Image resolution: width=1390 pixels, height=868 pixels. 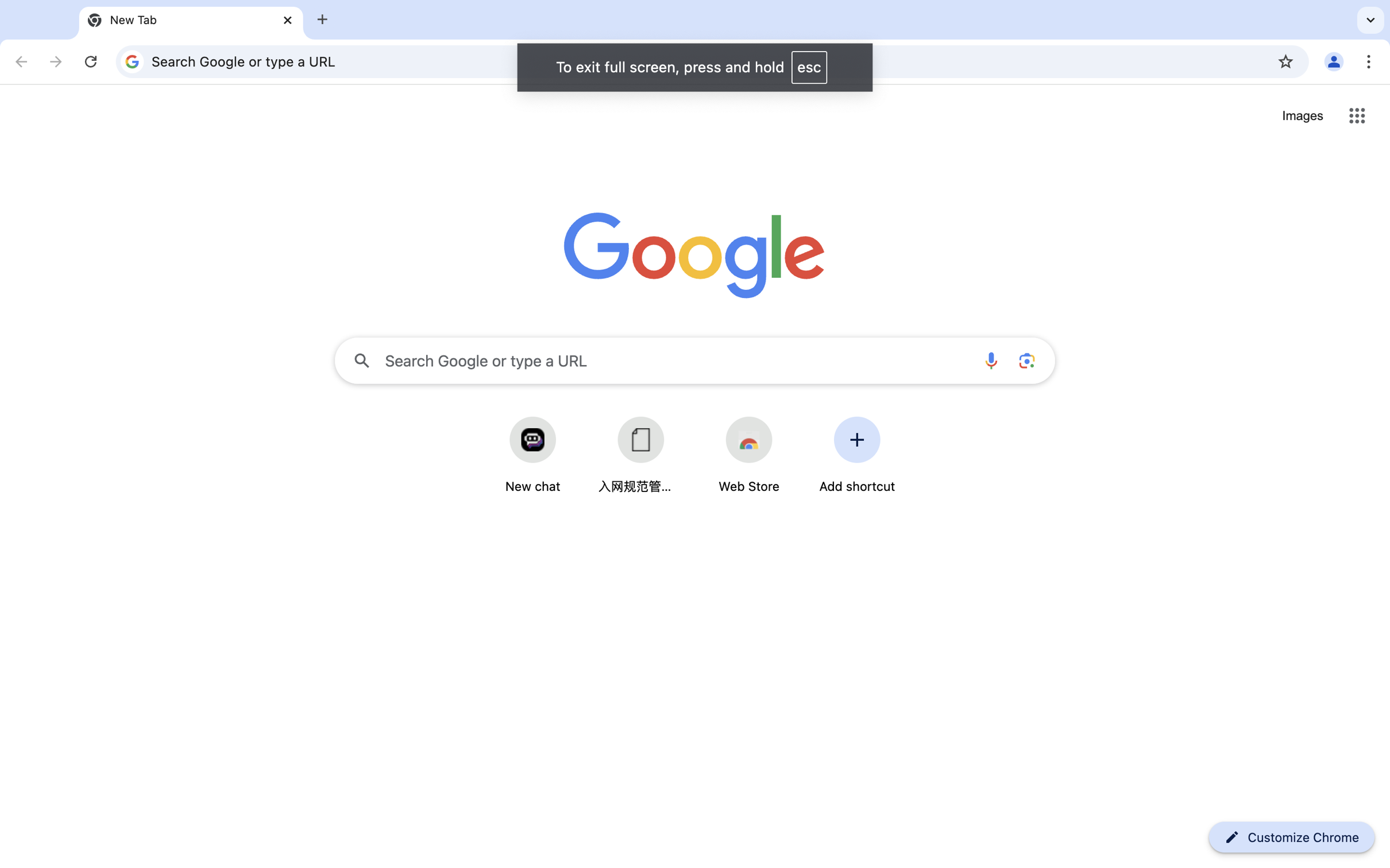 What do you see at coordinates (1302, 116) in the screenshot?
I see `'Images'` at bounding box center [1302, 116].